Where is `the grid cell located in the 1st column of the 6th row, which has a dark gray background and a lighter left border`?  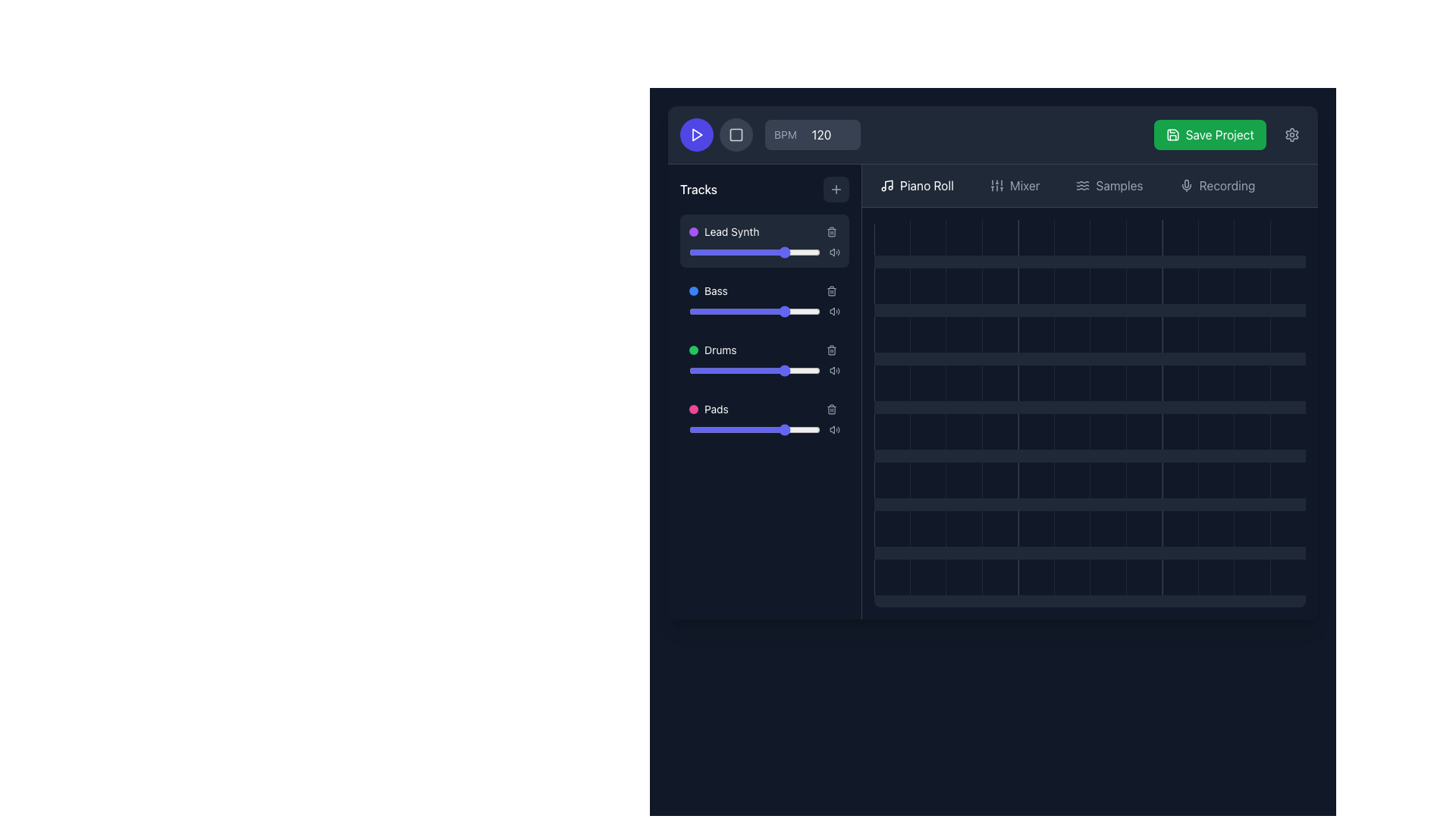 the grid cell located in the 1st column of the 6th row, which has a dark gray background and a lighter left border is located at coordinates (892, 480).